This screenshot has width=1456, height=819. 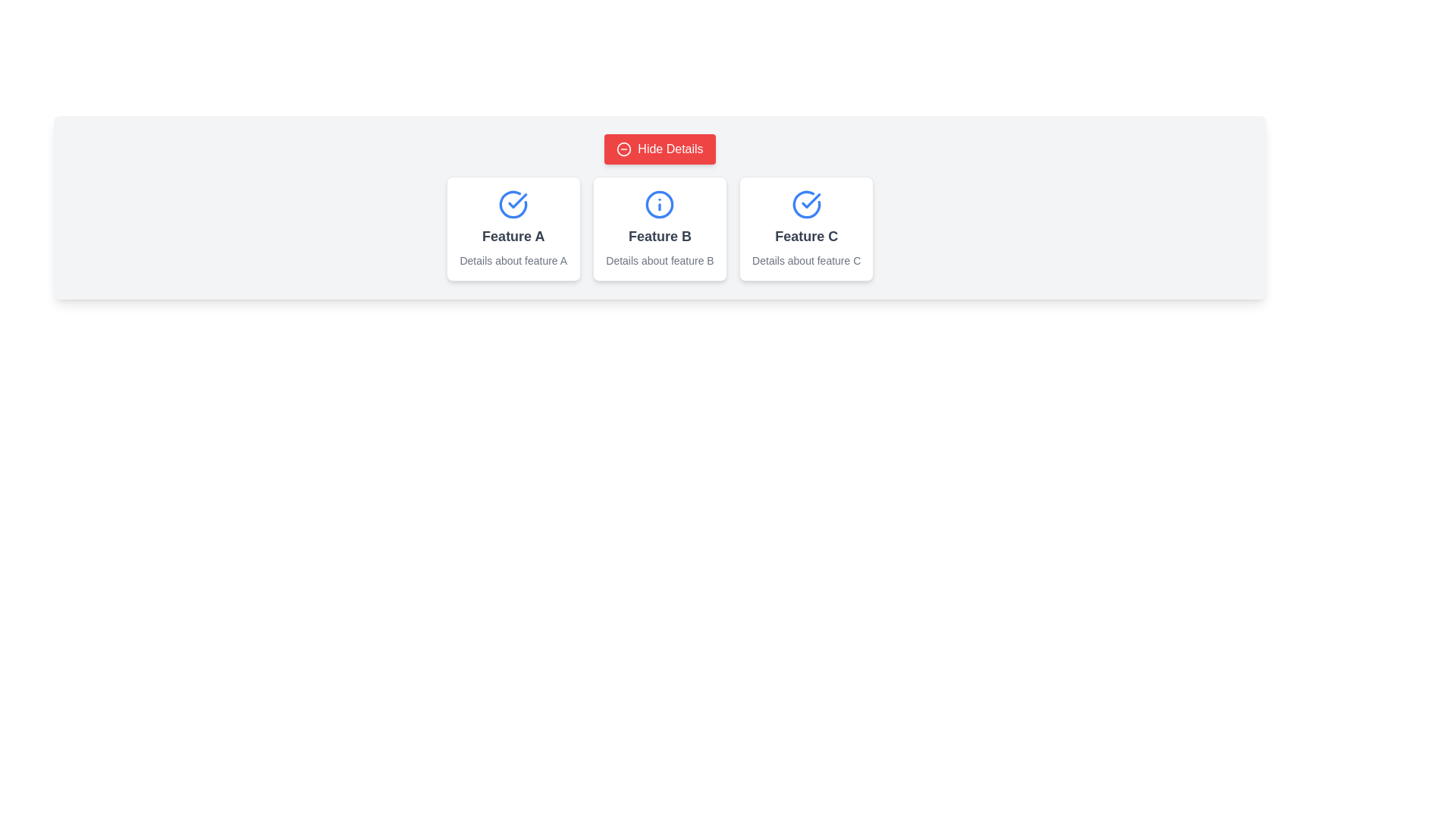 I want to click on the bold text heading 'Feature A' located in the middle of the first card from the left, which is styled with a large font size in dark gray color, so click(x=513, y=237).